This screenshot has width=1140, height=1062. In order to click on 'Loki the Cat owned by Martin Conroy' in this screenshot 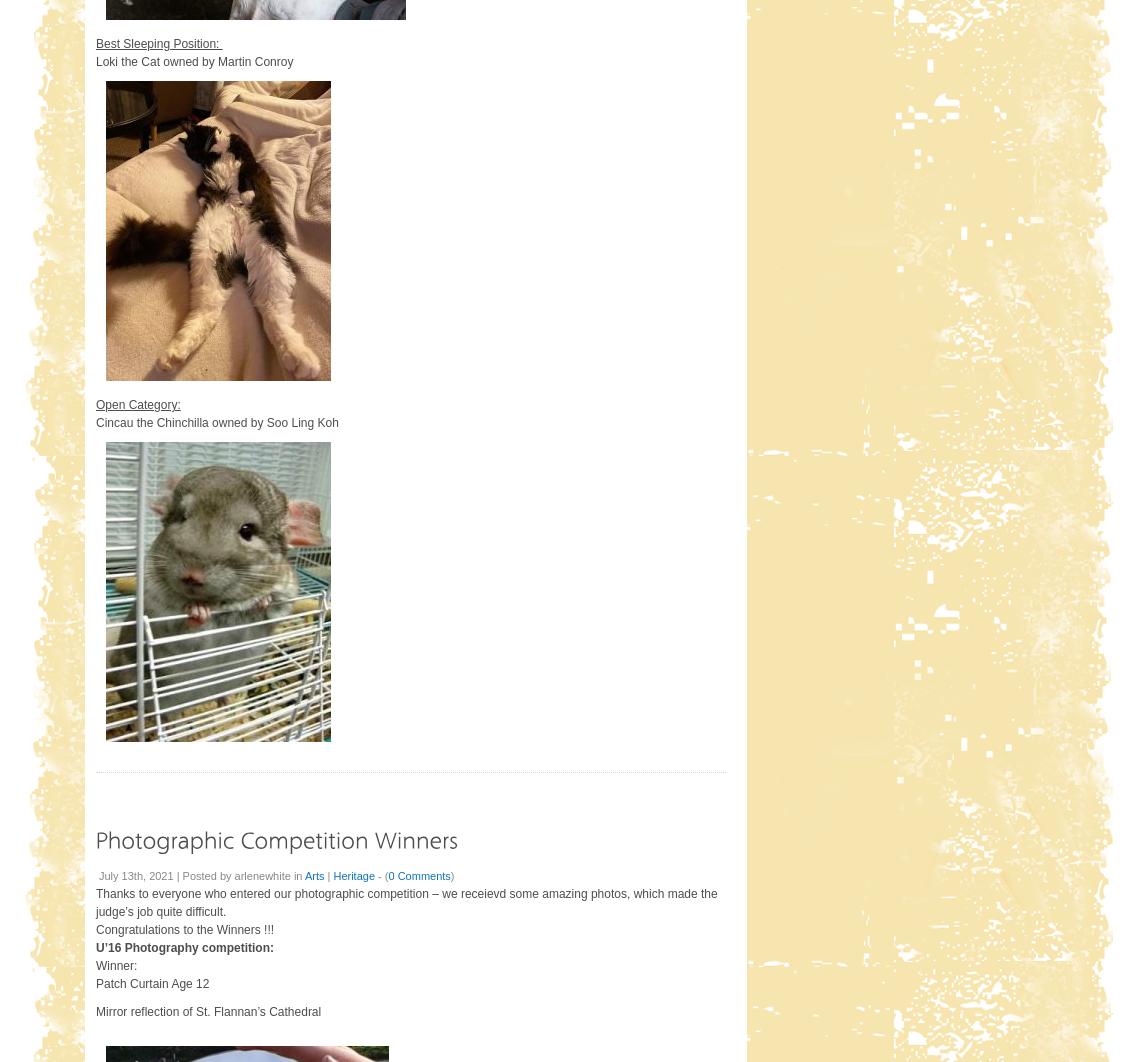, I will do `click(194, 60)`.